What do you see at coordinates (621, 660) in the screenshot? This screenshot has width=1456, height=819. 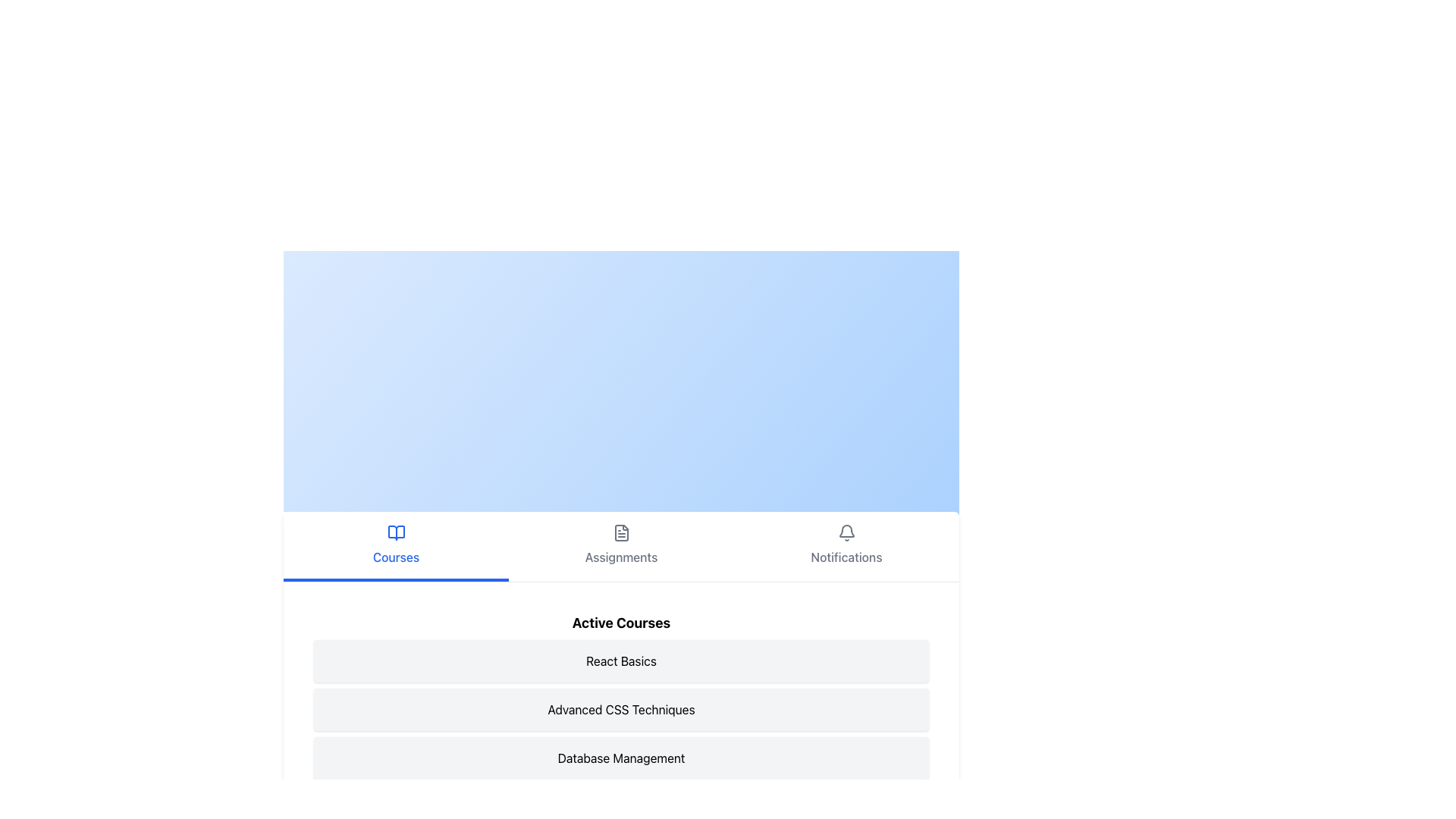 I see `a listed course within the tabbed interface for switching between sections (Courses, Assignments, and Notifications)` at bounding box center [621, 660].